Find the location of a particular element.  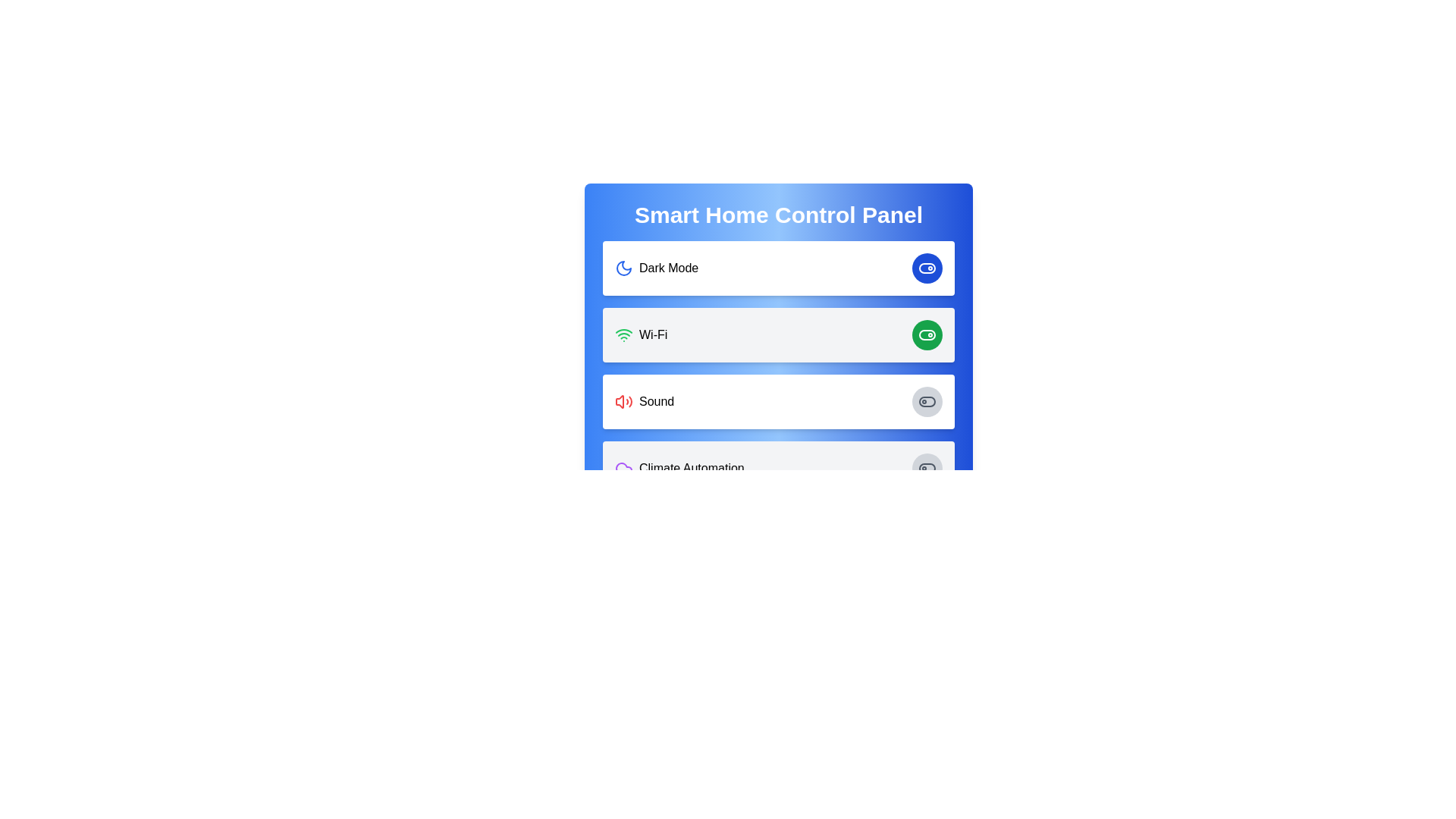

red speaker icon with sound waves, located in the 'Sound' section, by clicking on it is located at coordinates (623, 400).